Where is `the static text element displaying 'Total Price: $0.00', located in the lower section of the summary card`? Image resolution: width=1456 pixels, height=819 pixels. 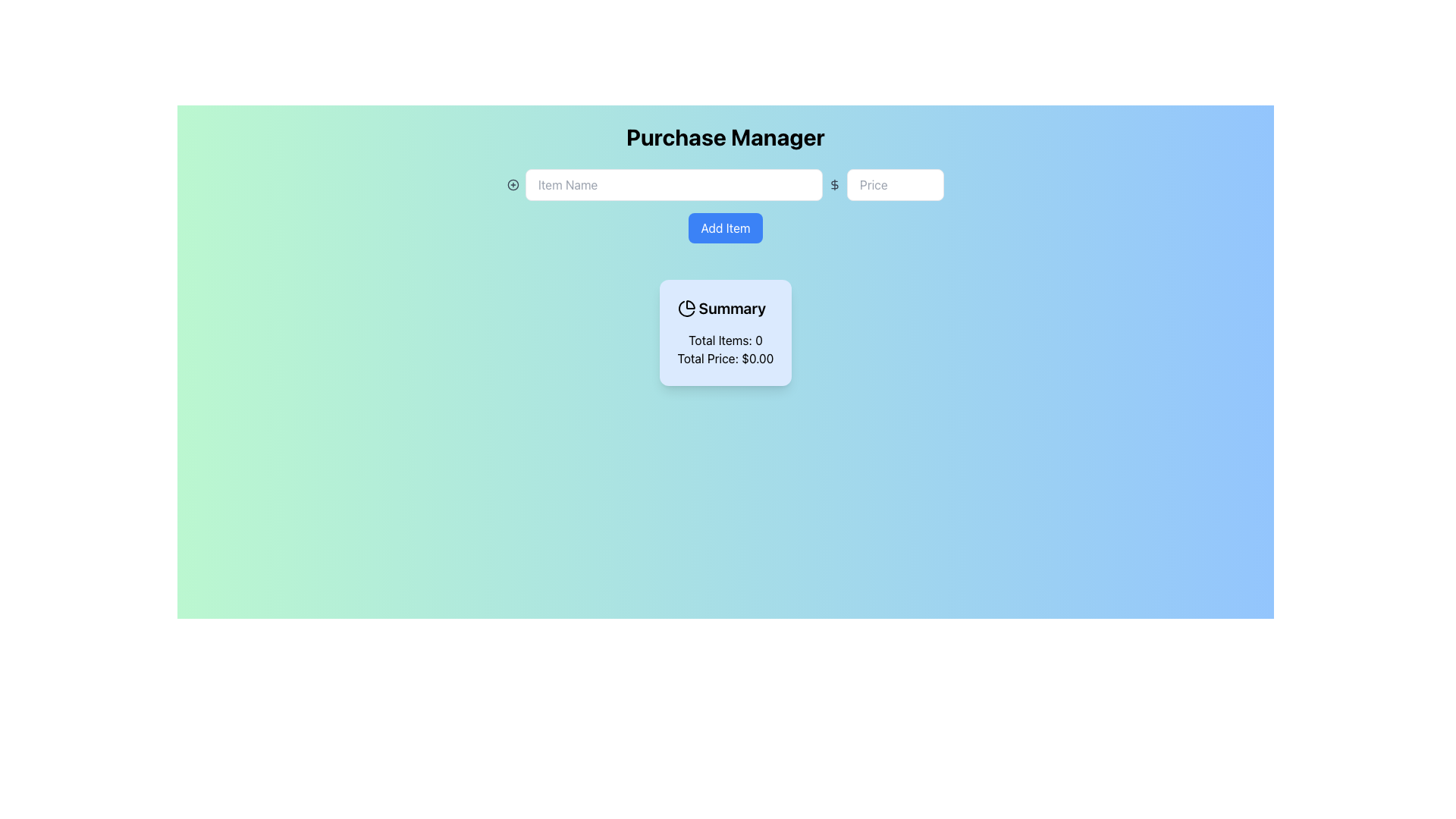 the static text element displaying 'Total Price: $0.00', located in the lower section of the summary card is located at coordinates (724, 359).